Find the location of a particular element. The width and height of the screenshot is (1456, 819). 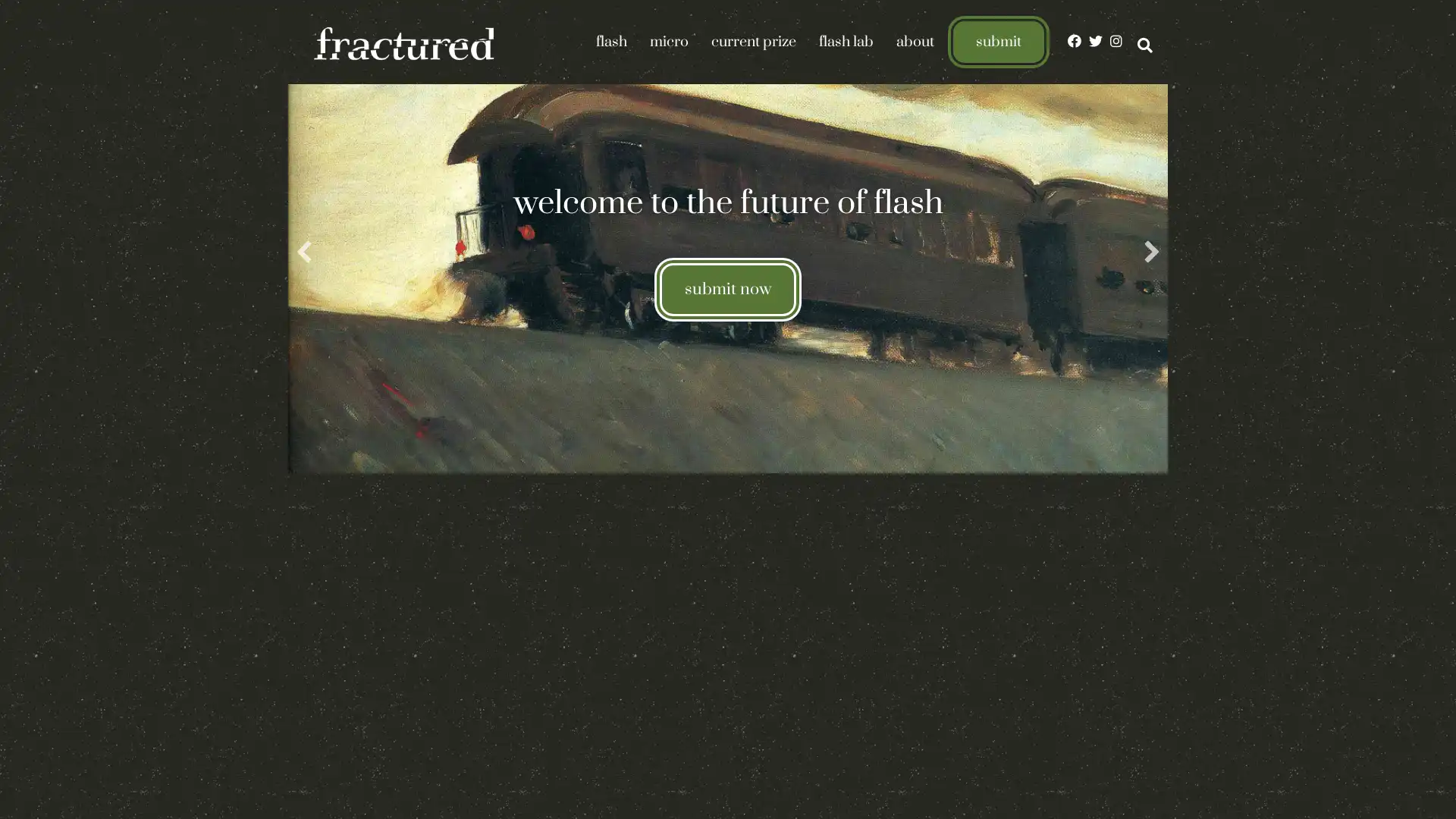

previous is located at coordinates (303, 250).